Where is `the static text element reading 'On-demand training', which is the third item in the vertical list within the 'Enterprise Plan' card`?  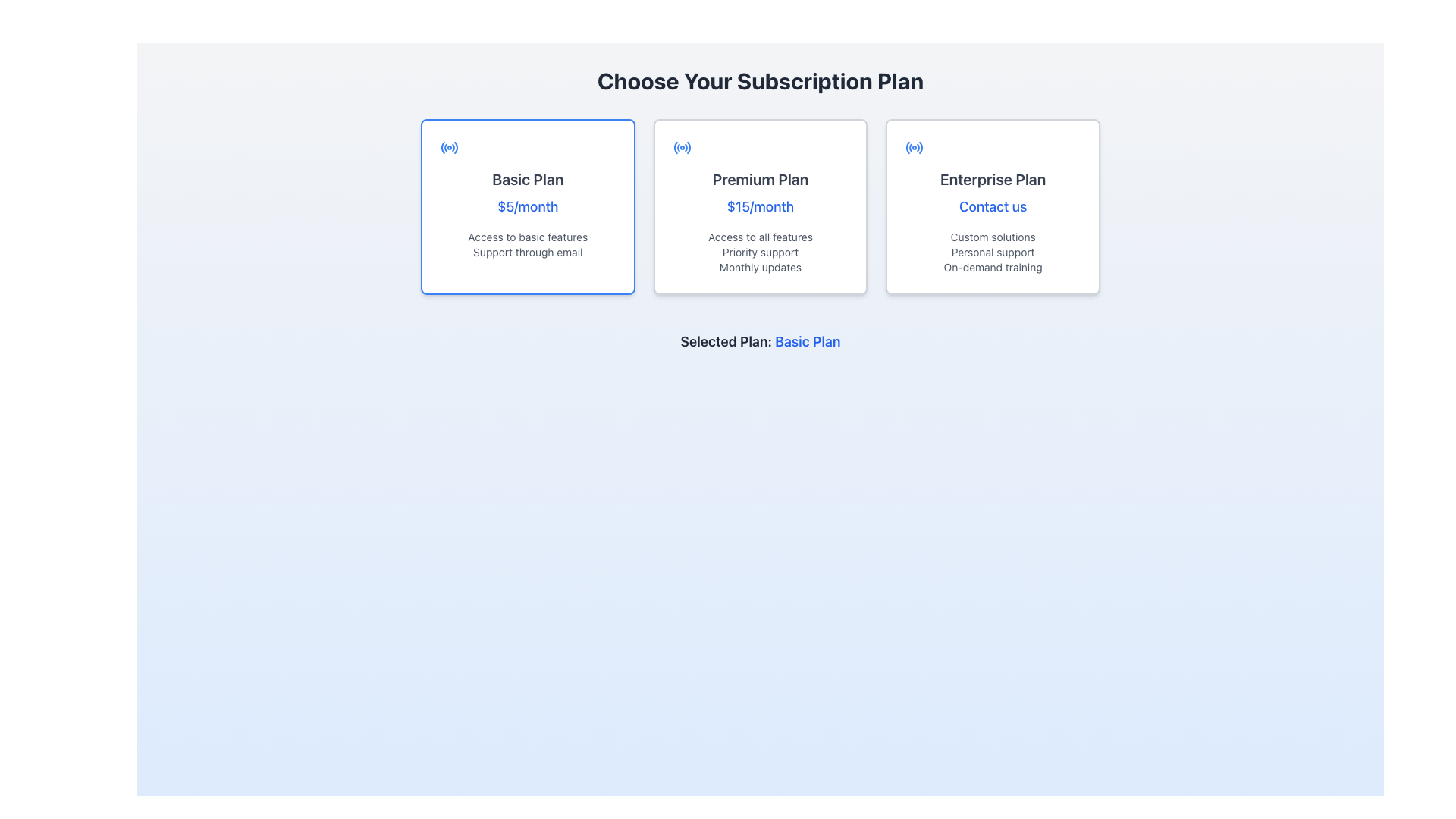
the static text element reading 'On-demand training', which is the third item in the vertical list within the 'Enterprise Plan' card is located at coordinates (993, 267).